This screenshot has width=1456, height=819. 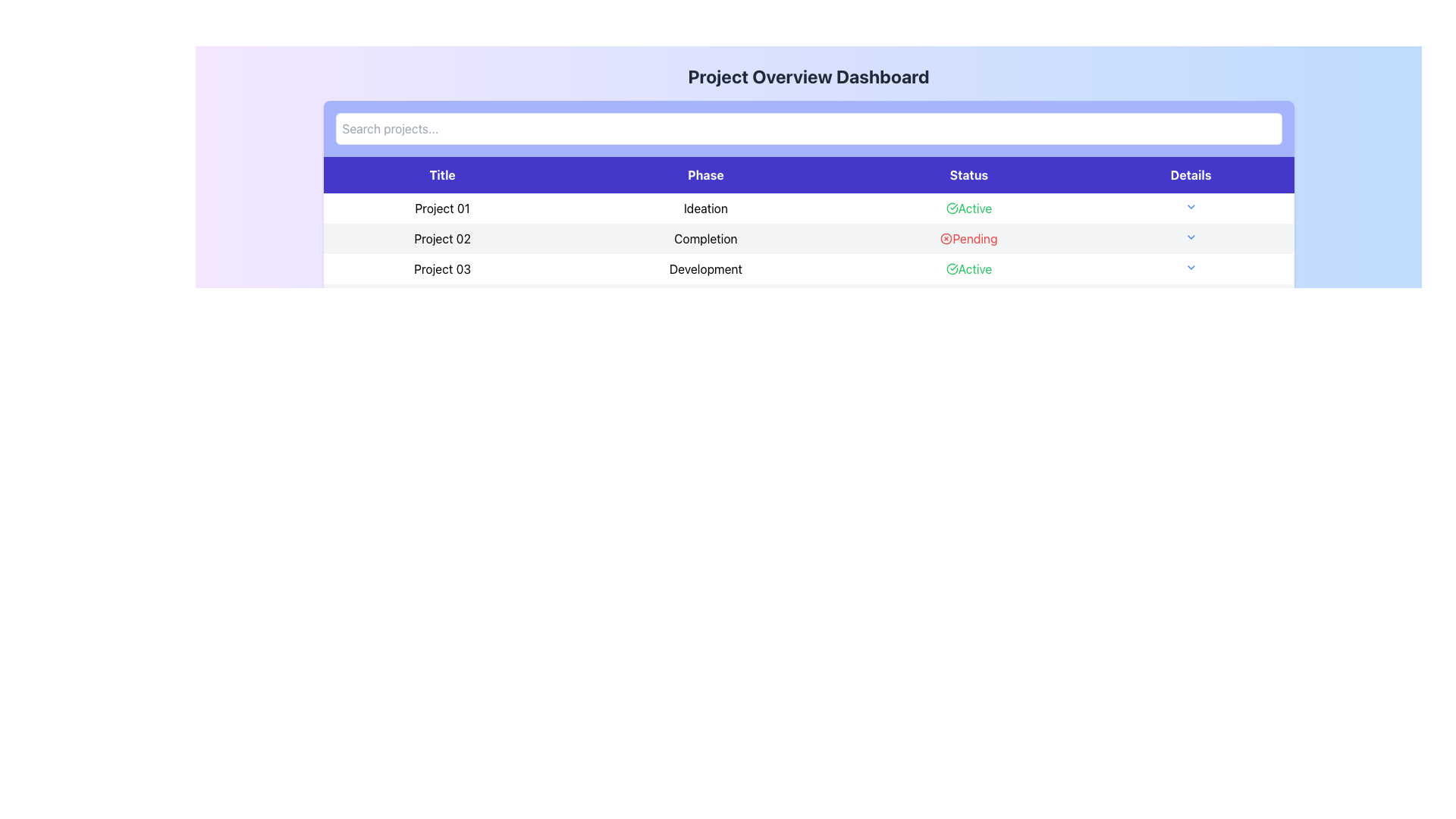 What do you see at coordinates (968, 268) in the screenshot?
I see `text on the 'Active' status label located in the third row under the 'Status' column for 'Project 03' in the 'Development' phase` at bounding box center [968, 268].